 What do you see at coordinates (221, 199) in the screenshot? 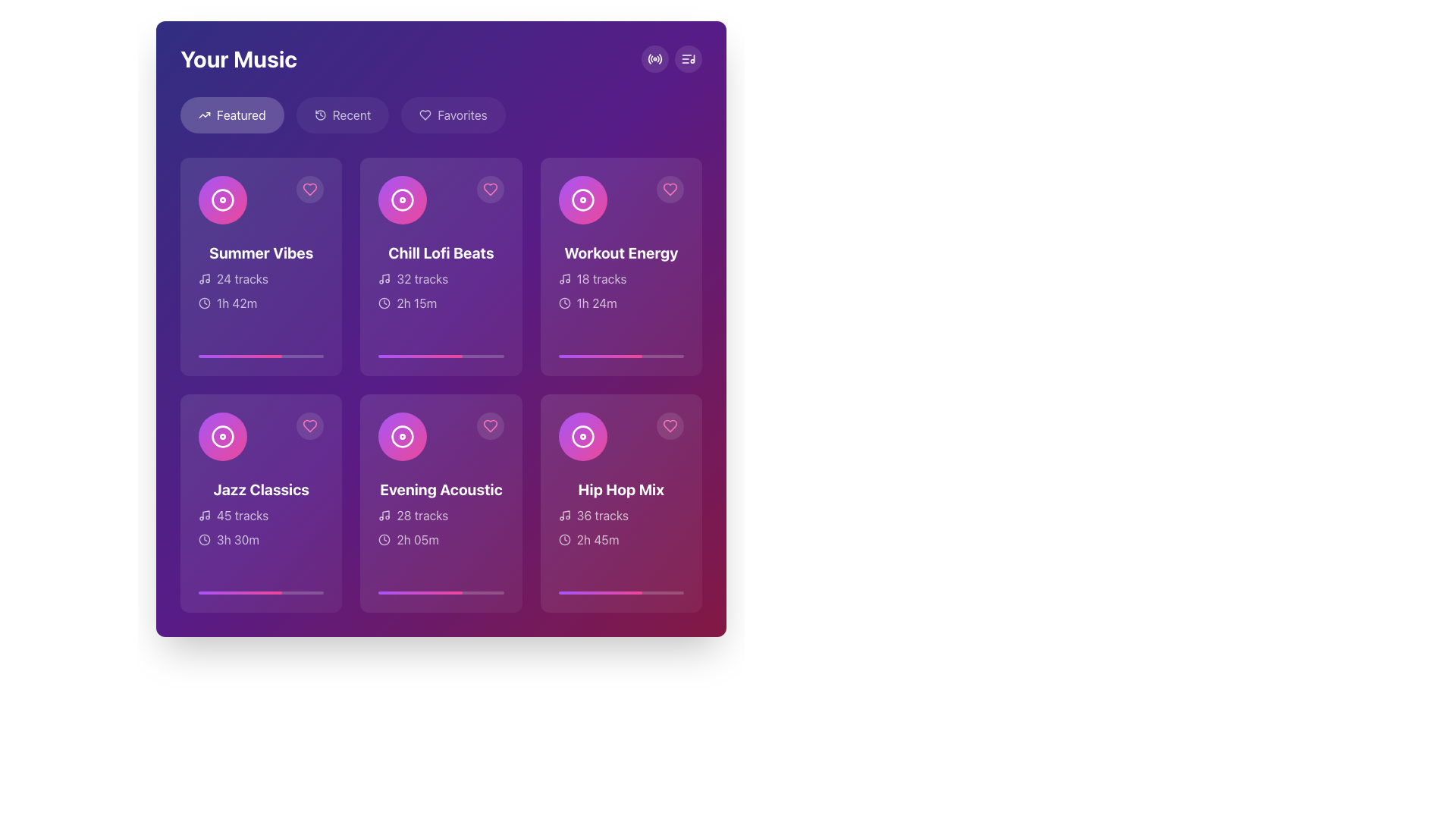
I see `the decorative icon in the top left of the 'Summer Vibes' card, which is the primary decorative icon above the text` at bounding box center [221, 199].